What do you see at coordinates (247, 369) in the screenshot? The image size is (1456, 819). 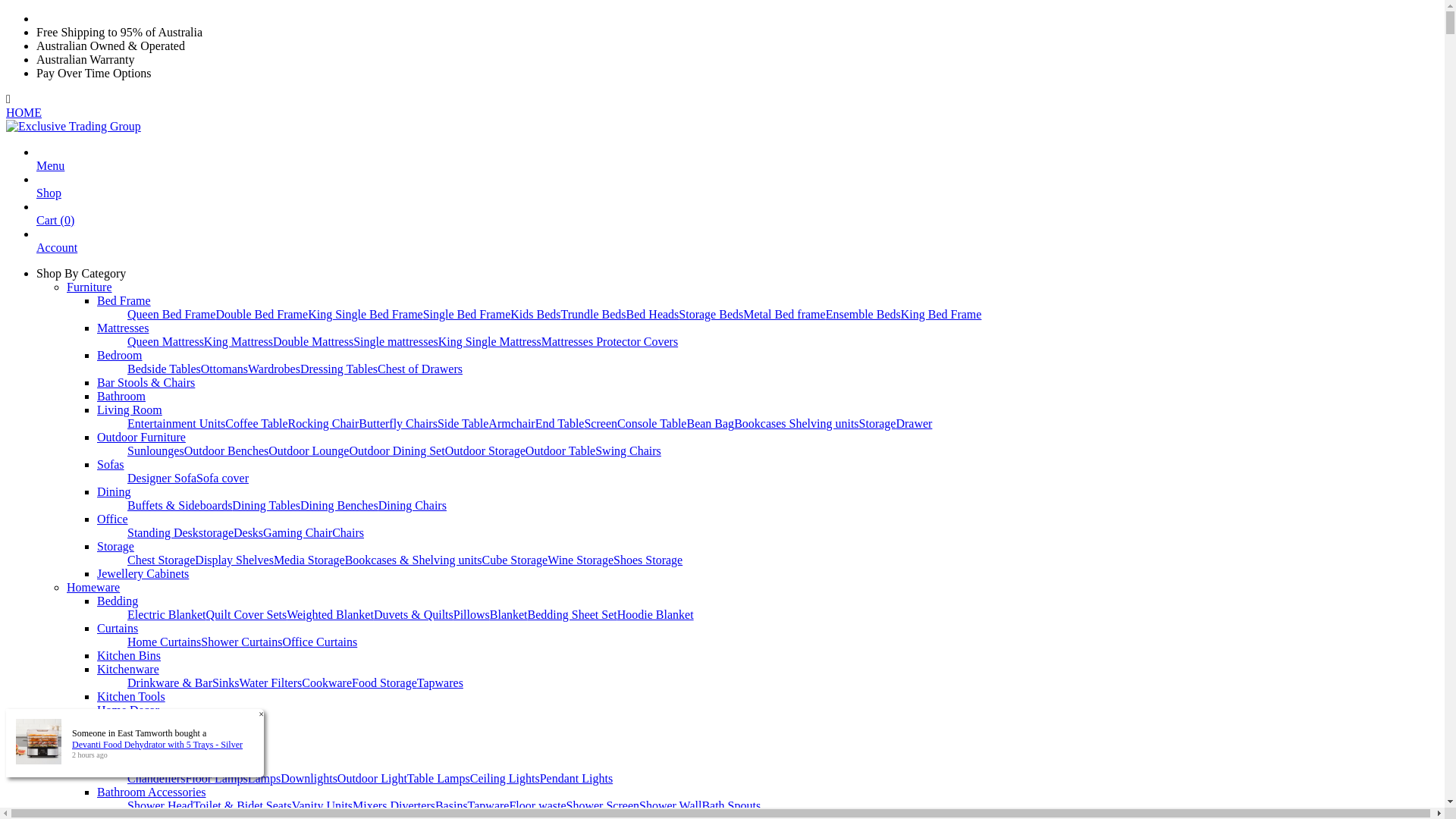 I see `'Wardrobes'` at bounding box center [247, 369].